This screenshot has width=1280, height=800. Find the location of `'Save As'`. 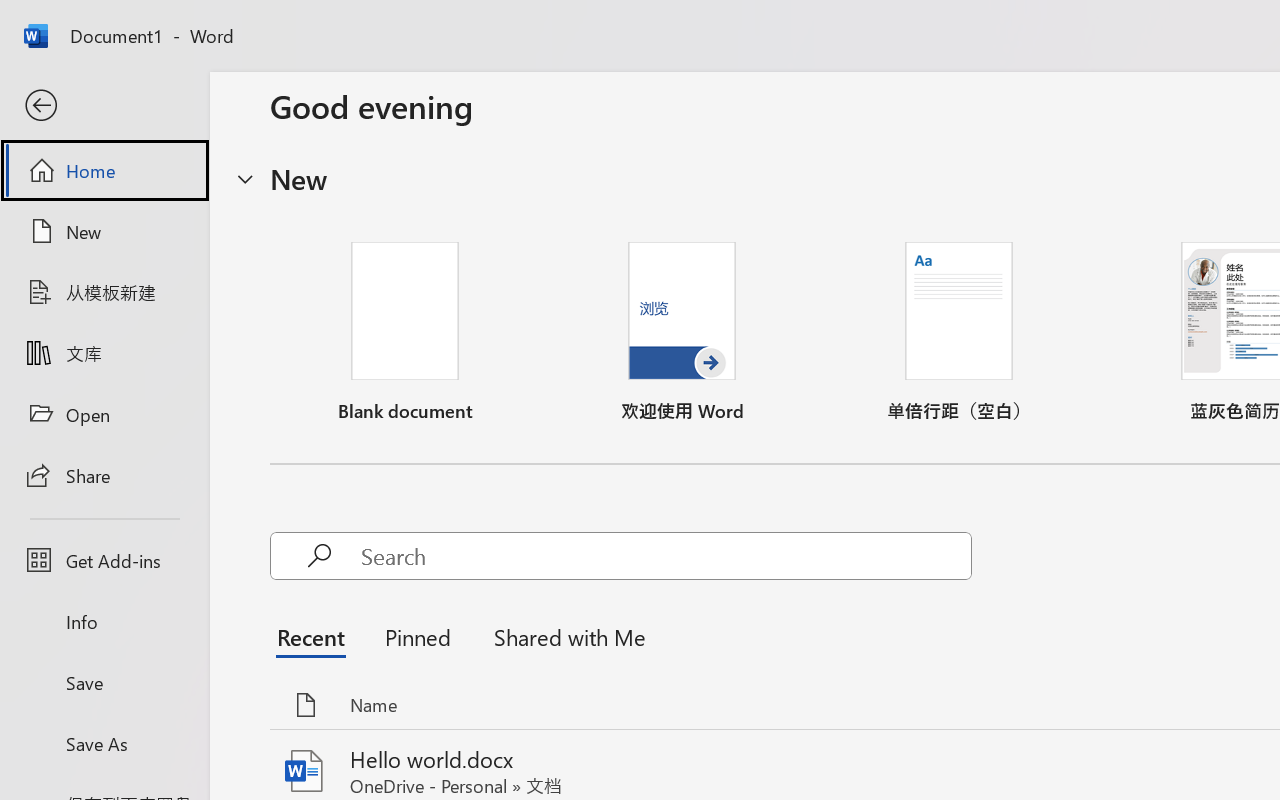

'Save As' is located at coordinates (103, 743).